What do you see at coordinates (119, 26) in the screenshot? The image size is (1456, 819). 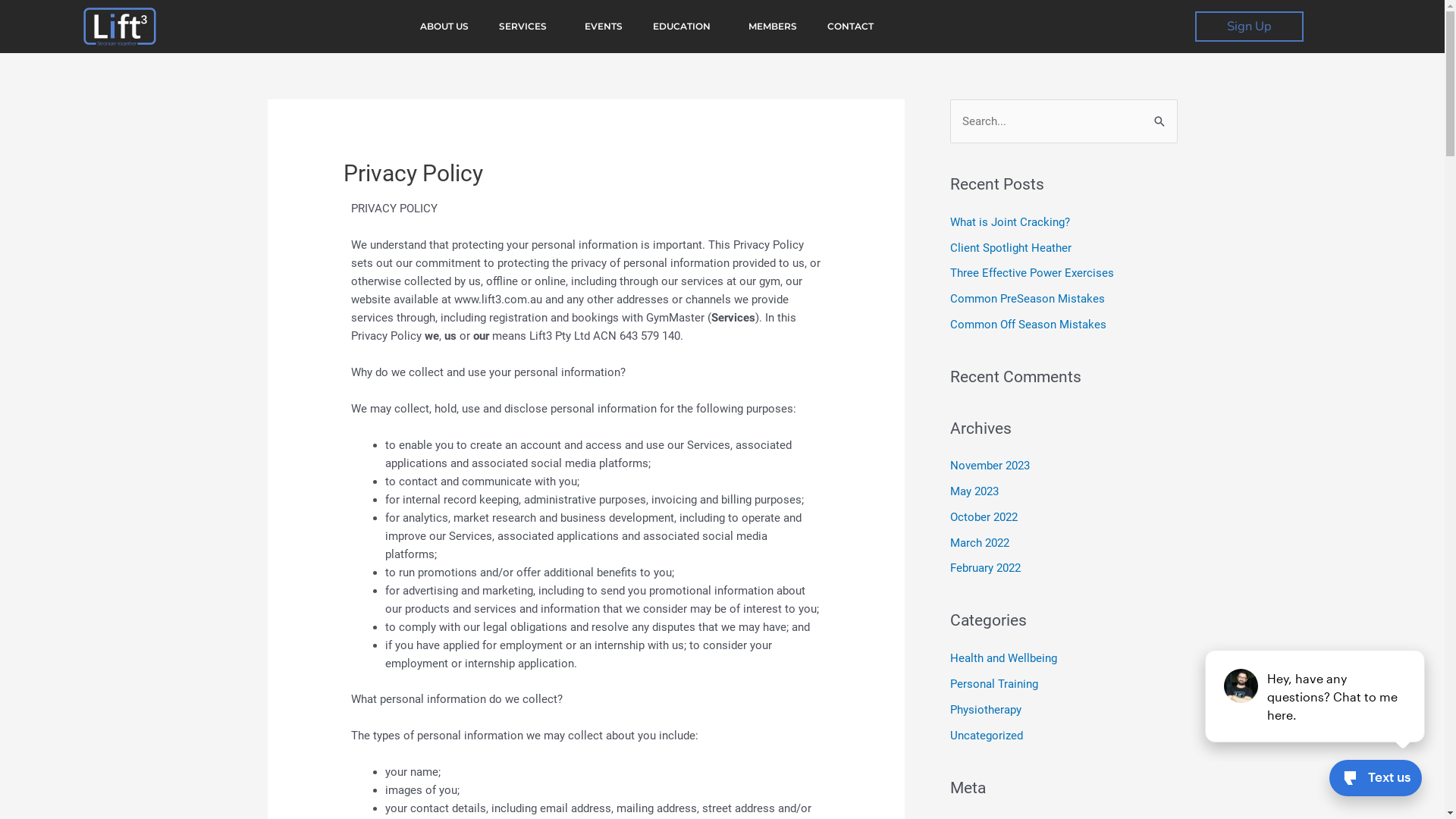 I see `'cropped-Lift3.png'` at bounding box center [119, 26].